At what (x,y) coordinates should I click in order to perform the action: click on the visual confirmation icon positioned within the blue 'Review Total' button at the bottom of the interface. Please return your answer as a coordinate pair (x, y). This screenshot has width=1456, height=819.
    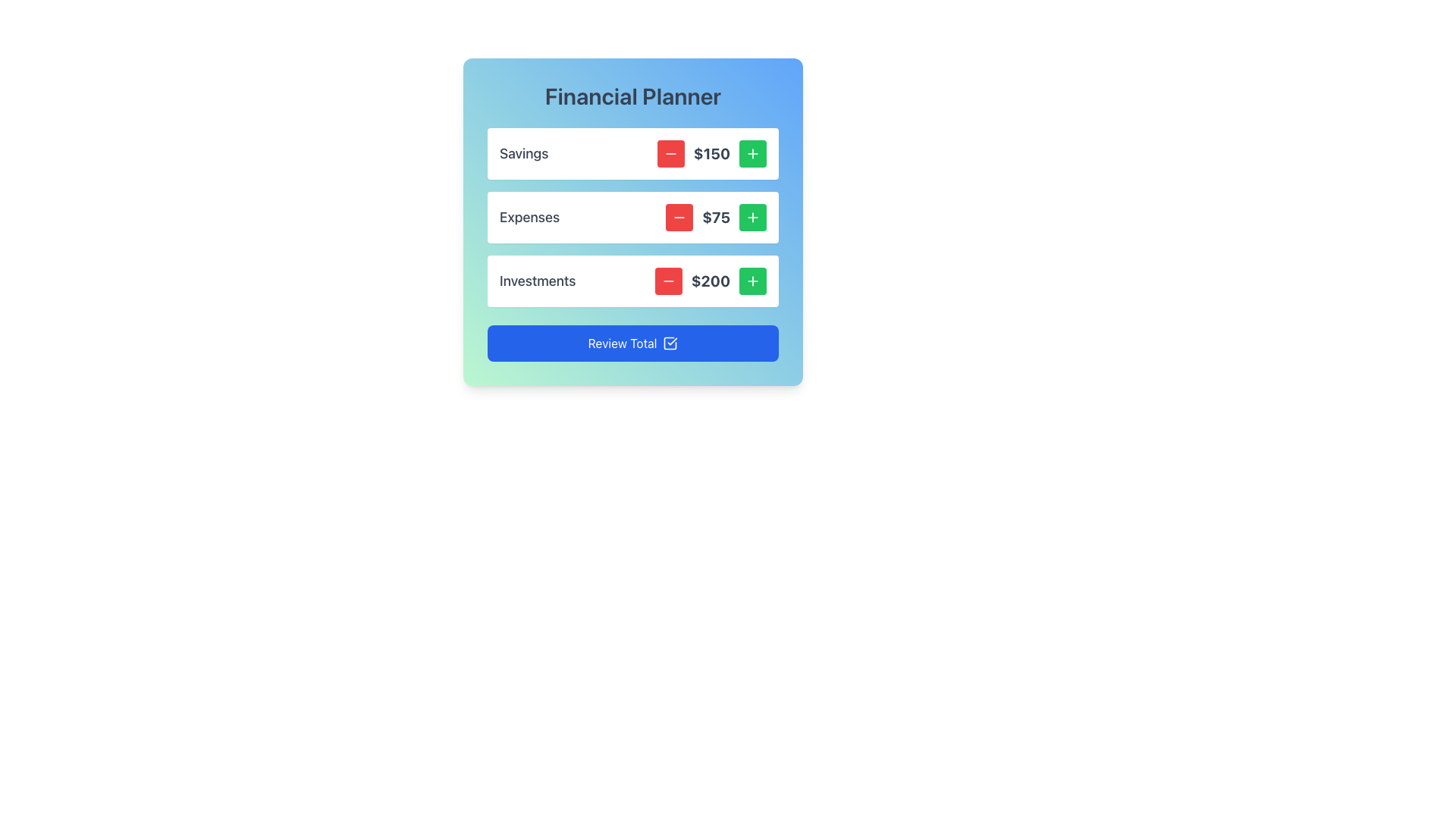
    Looking at the image, I should click on (670, 343).